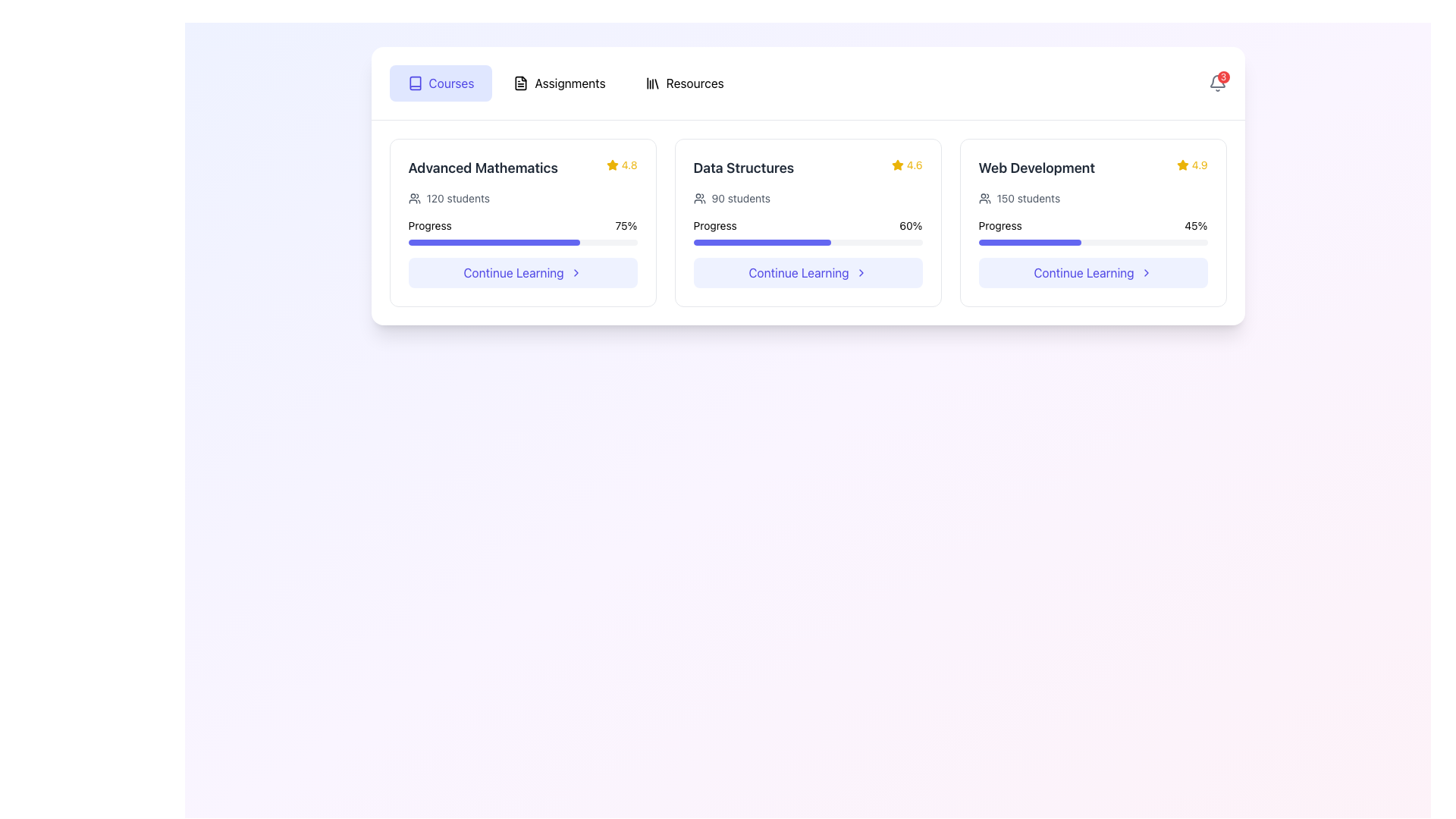 This screenshot has height=819, width=1456. What do you see at coordinates (1093, 242) in the screenshot?
I see `the progress level of the narrow horizontal progress bar located in the 'Web Development' card beneath the 'Progress' text, which shows a 45% completion level` at bounding box center [1093, 242].